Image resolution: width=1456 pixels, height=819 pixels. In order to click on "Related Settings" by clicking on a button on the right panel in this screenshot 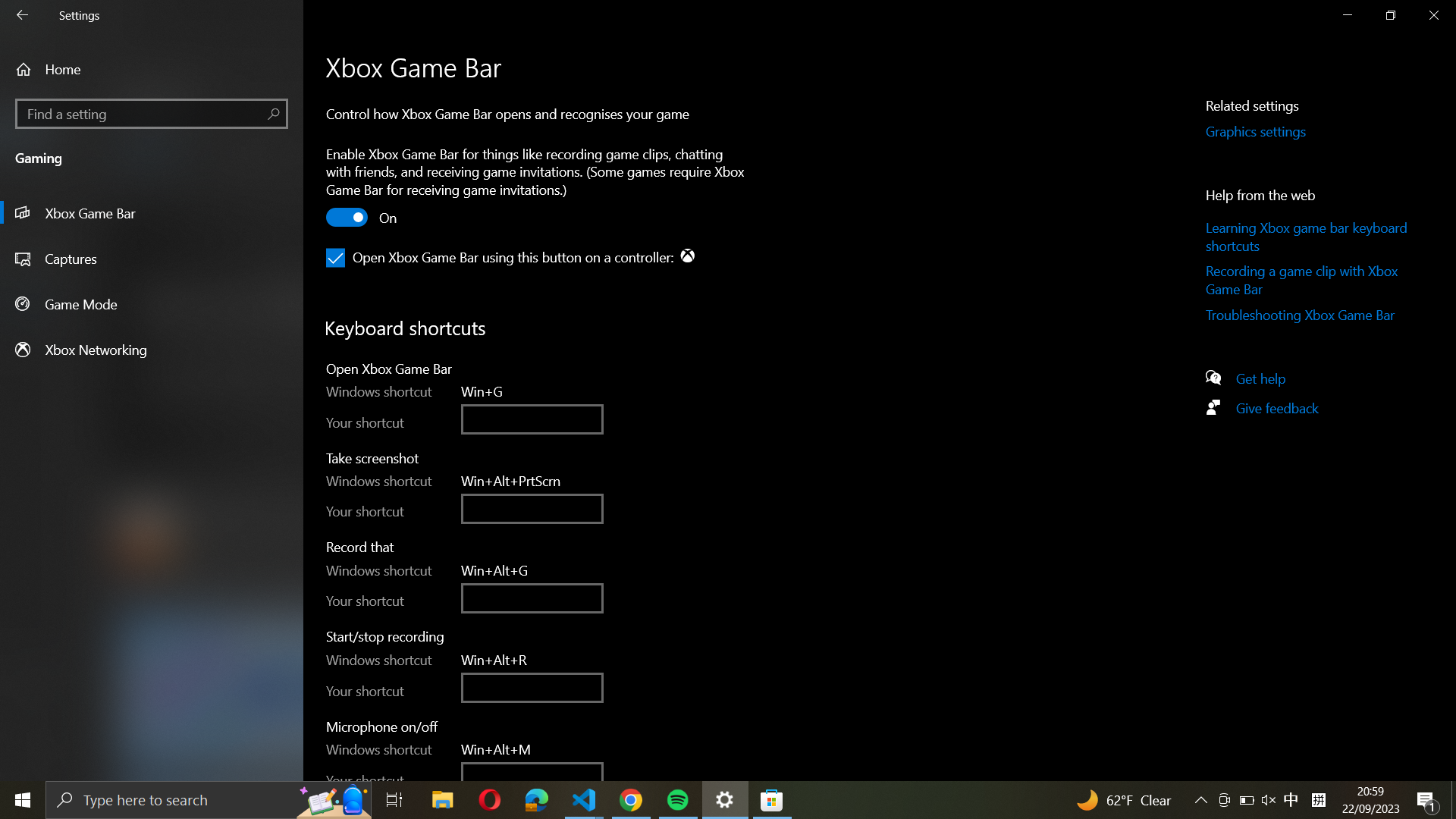, I will do `click(1273, 131)`.